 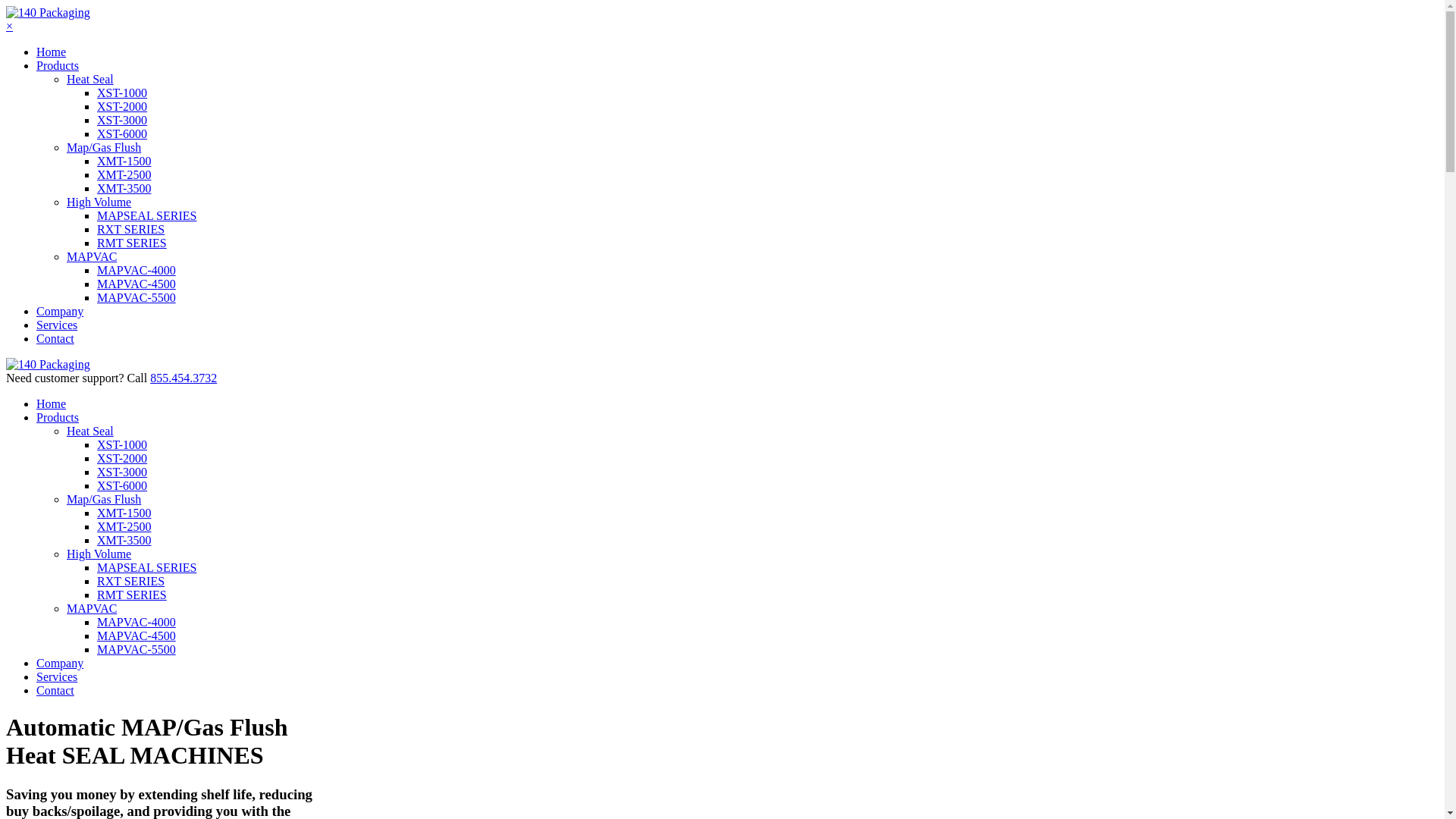 I want to click on 'Services', so click(x=57, y=324).